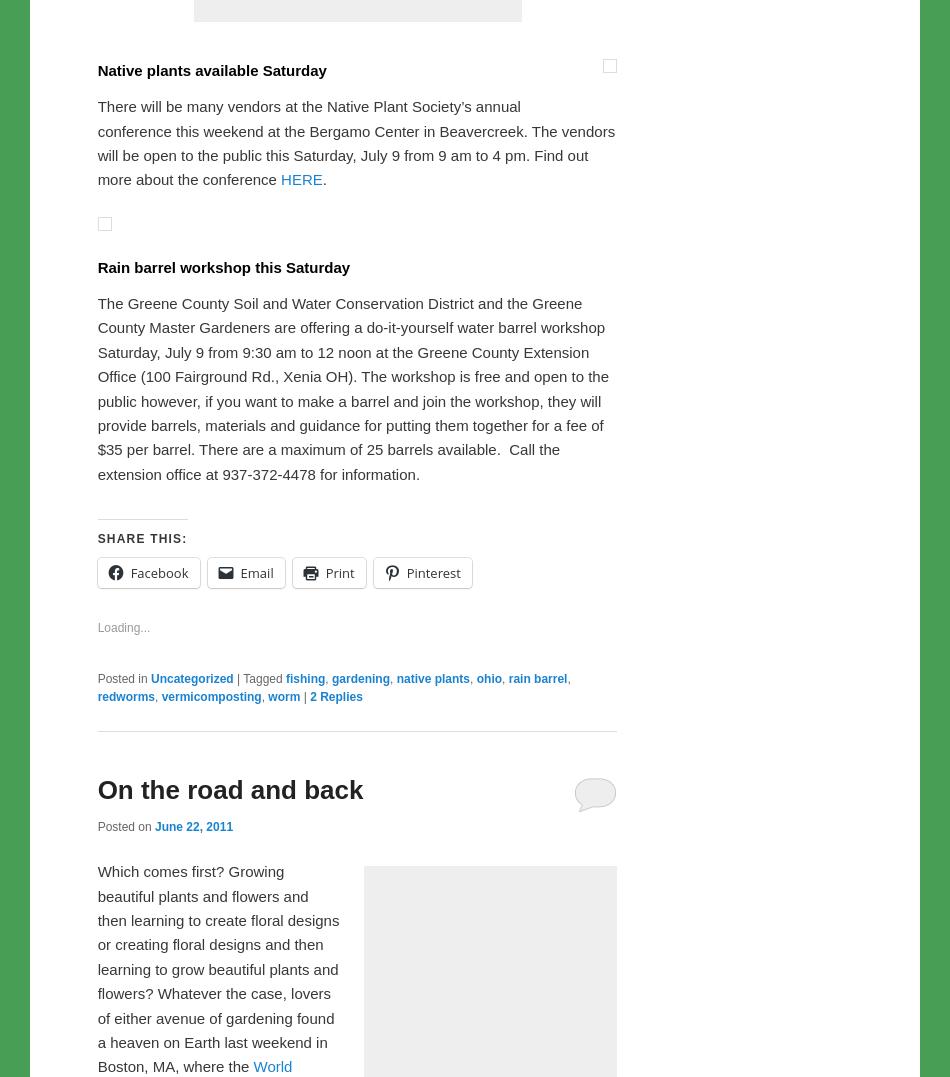 Image resolution: width=950 pixels, height=1077 pixels. Describe the element at coordinates (223, 684) in the screenshot. I see `'Rain barrel workshop this Saturday'` at that location.